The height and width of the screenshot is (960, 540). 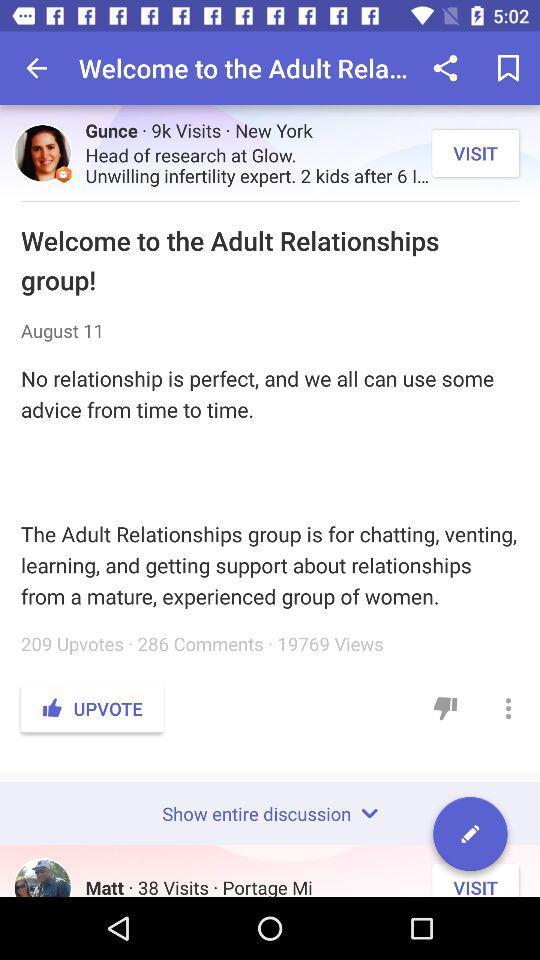 What do you see at coordinates (470, 837) in the screenshot?
I see `the edit icon` at bounding box center [470, 837].